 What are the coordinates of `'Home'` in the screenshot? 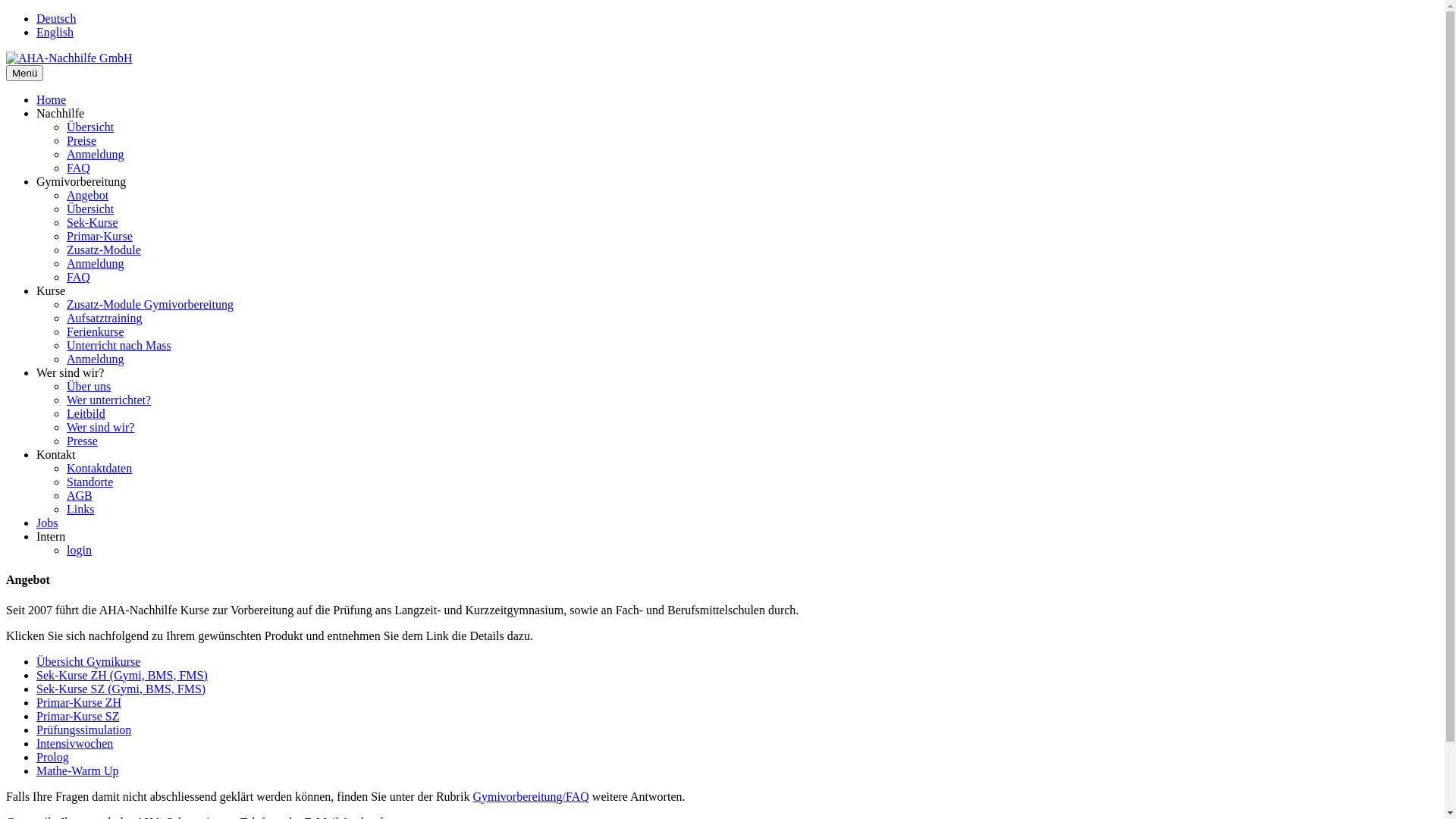 It's located at (51, 99).